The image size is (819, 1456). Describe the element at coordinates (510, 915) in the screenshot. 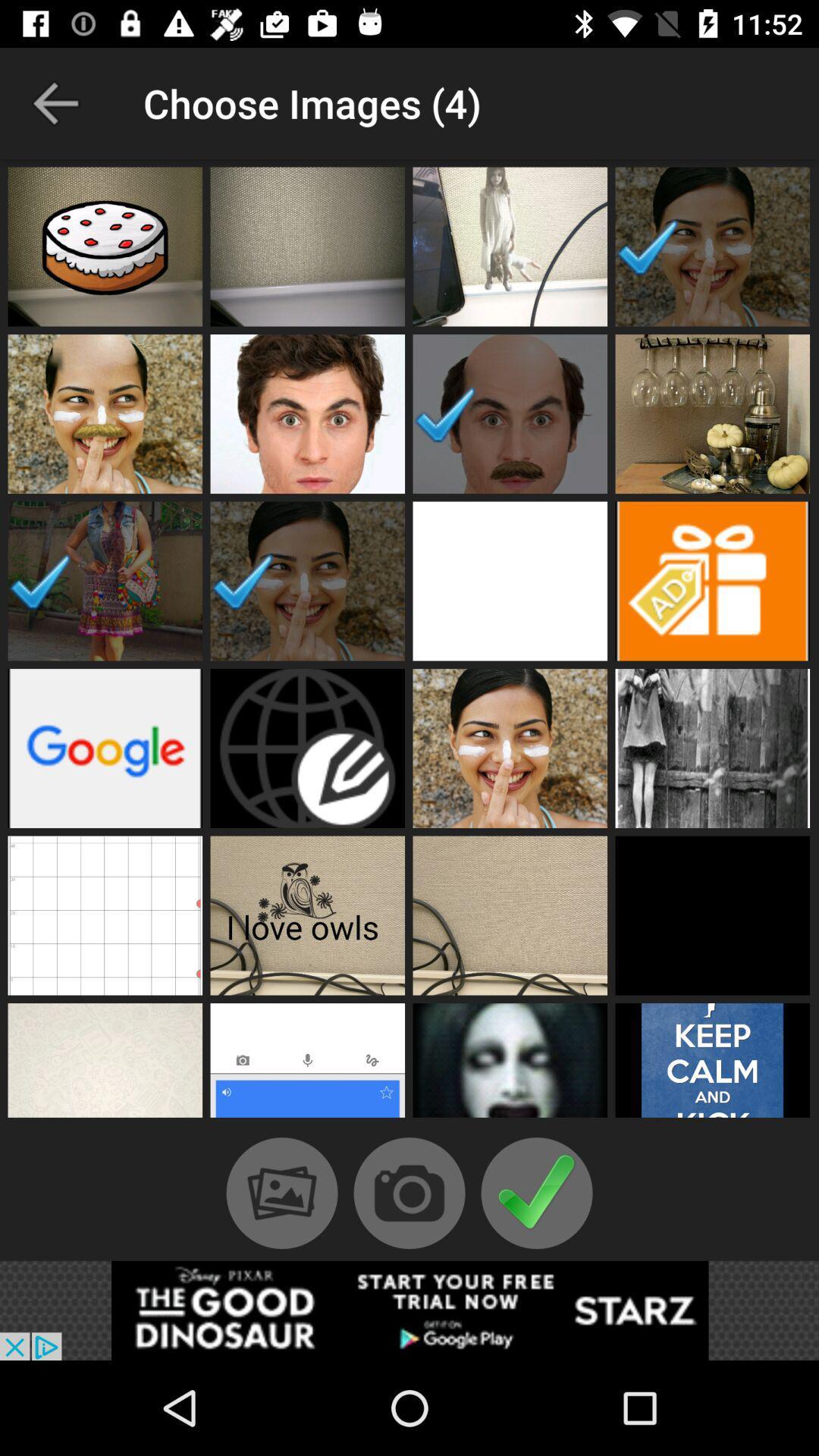

I see `open profile` at that location.